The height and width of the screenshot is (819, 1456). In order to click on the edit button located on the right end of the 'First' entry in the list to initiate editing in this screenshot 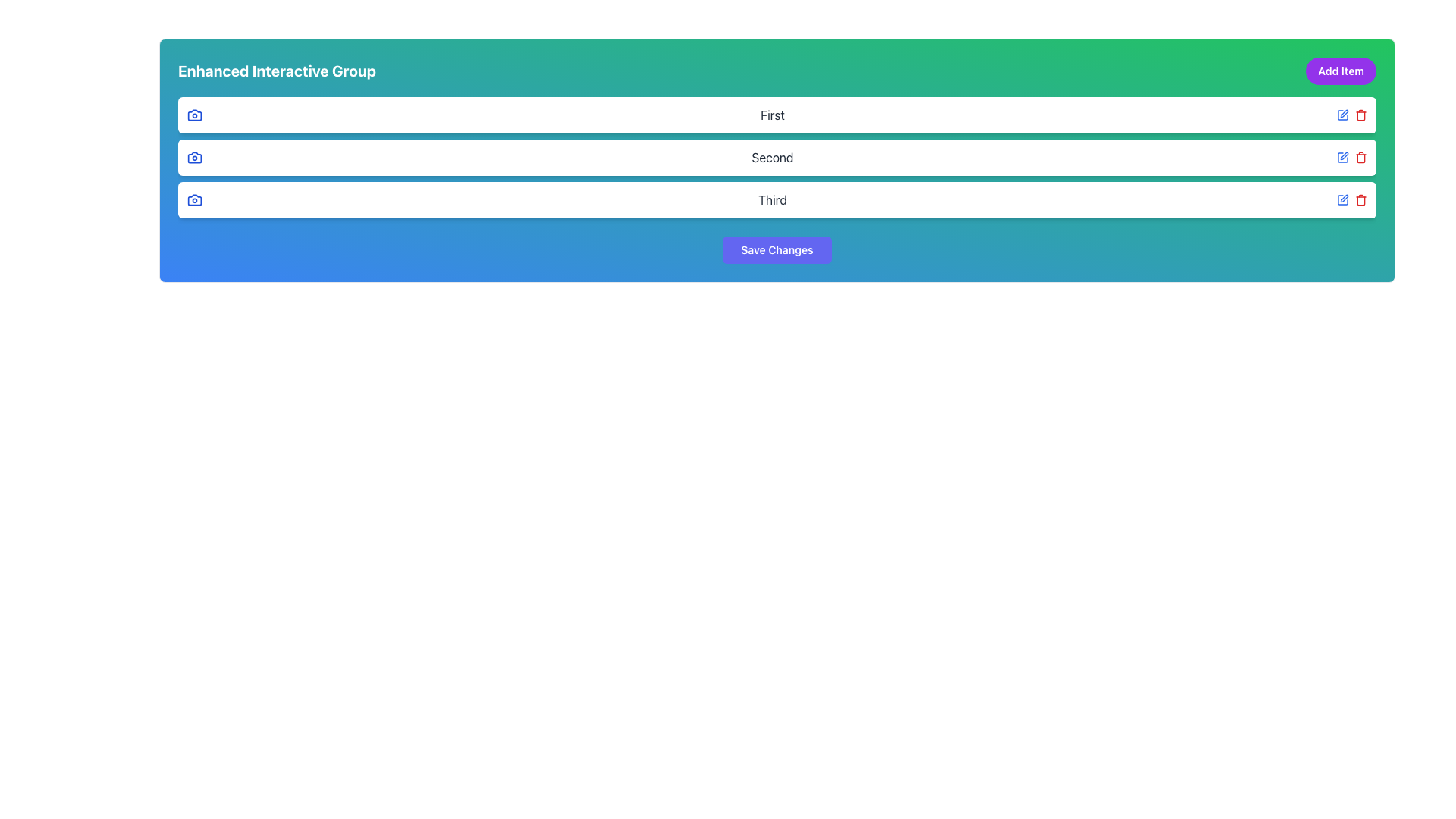, I will do `click(1343, 114)`.